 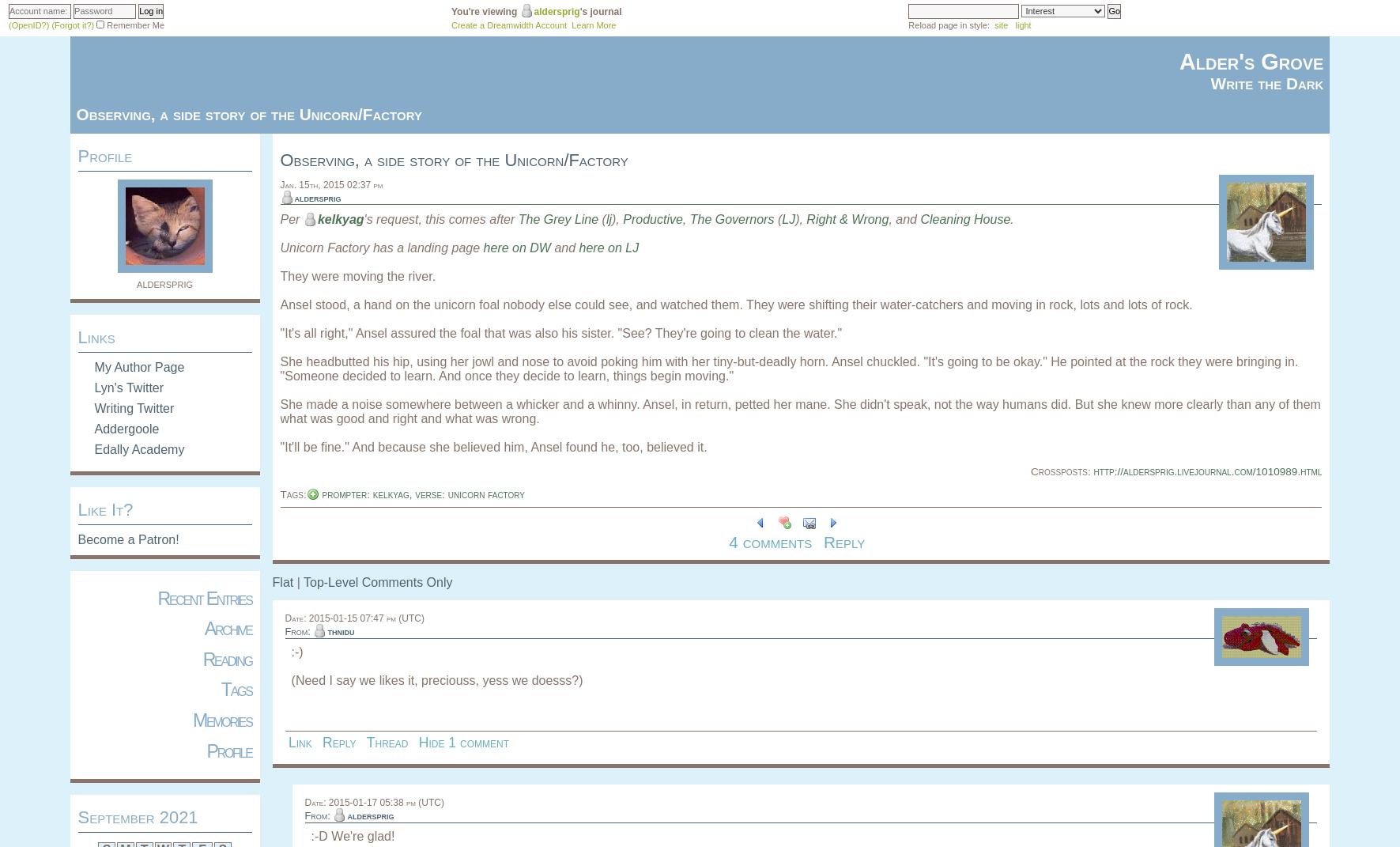 What do you see at coordinates (994, 23) in the screenshot?
I see `'site'` at bounding box center [994, 23].